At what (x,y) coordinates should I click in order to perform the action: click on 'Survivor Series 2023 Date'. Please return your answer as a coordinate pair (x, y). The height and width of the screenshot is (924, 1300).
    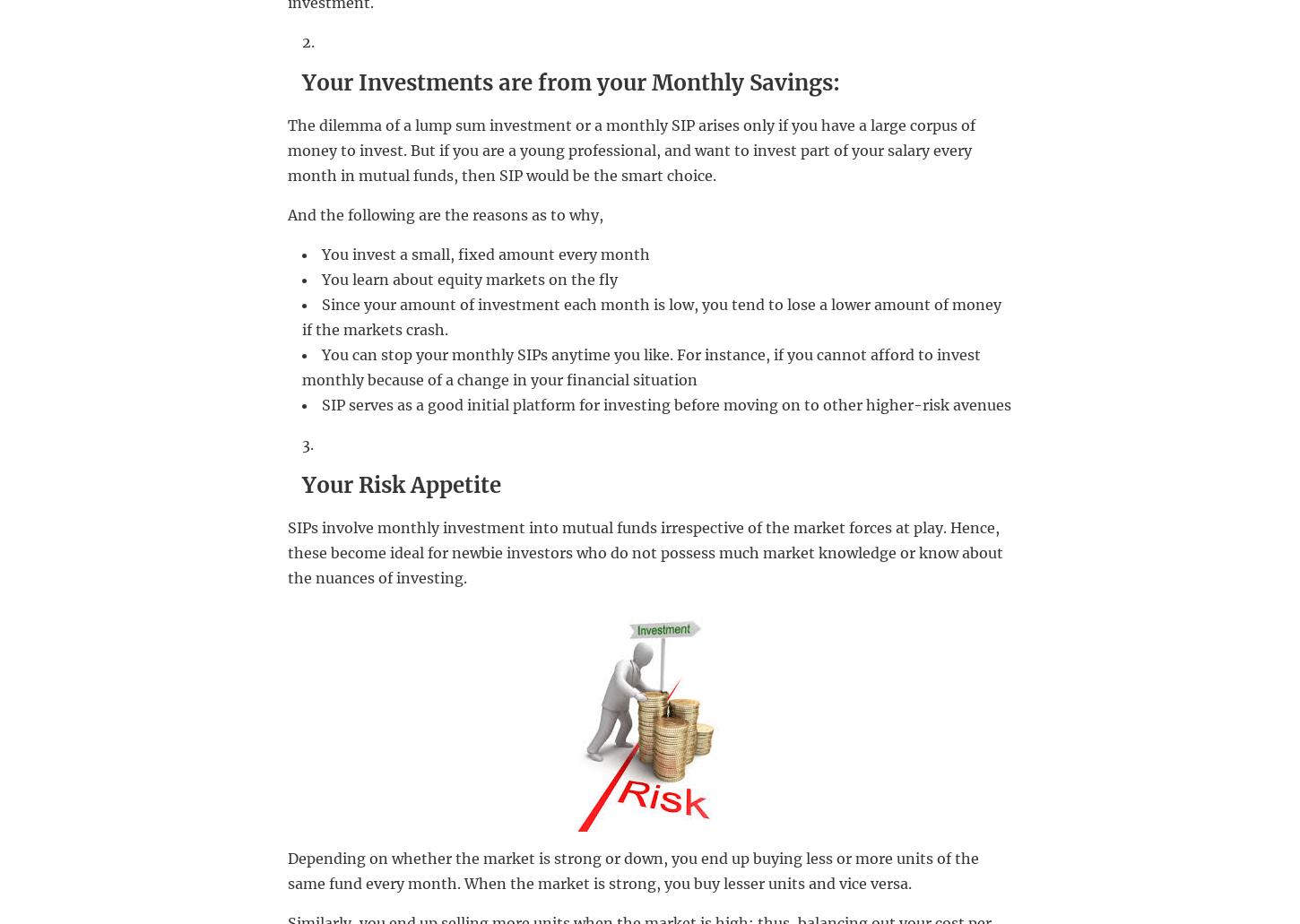
    Looking at the image, I should click on (547, 638).